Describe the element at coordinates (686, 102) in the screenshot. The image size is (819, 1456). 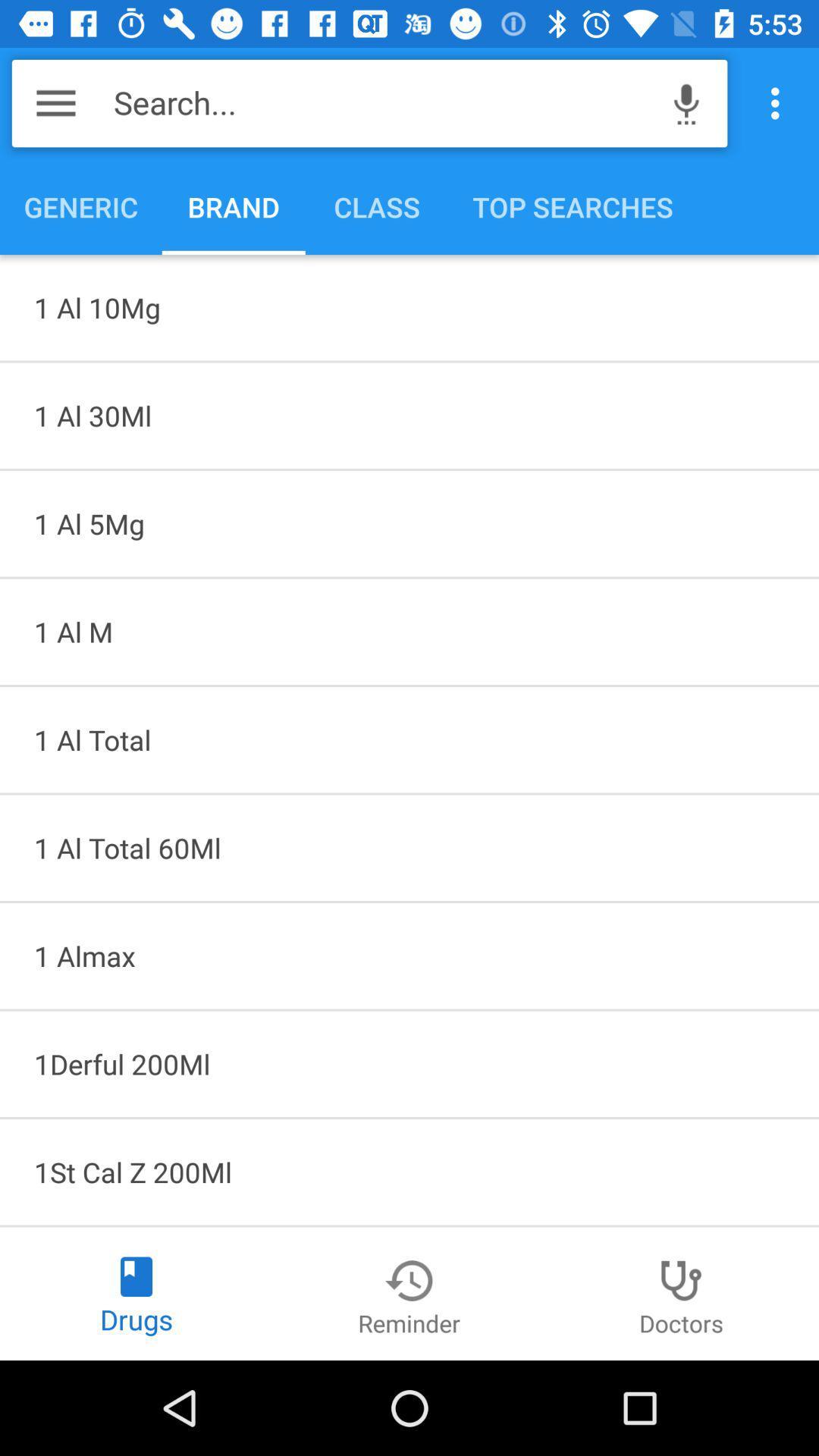
I see `the icon above the top searches icon` at that location.